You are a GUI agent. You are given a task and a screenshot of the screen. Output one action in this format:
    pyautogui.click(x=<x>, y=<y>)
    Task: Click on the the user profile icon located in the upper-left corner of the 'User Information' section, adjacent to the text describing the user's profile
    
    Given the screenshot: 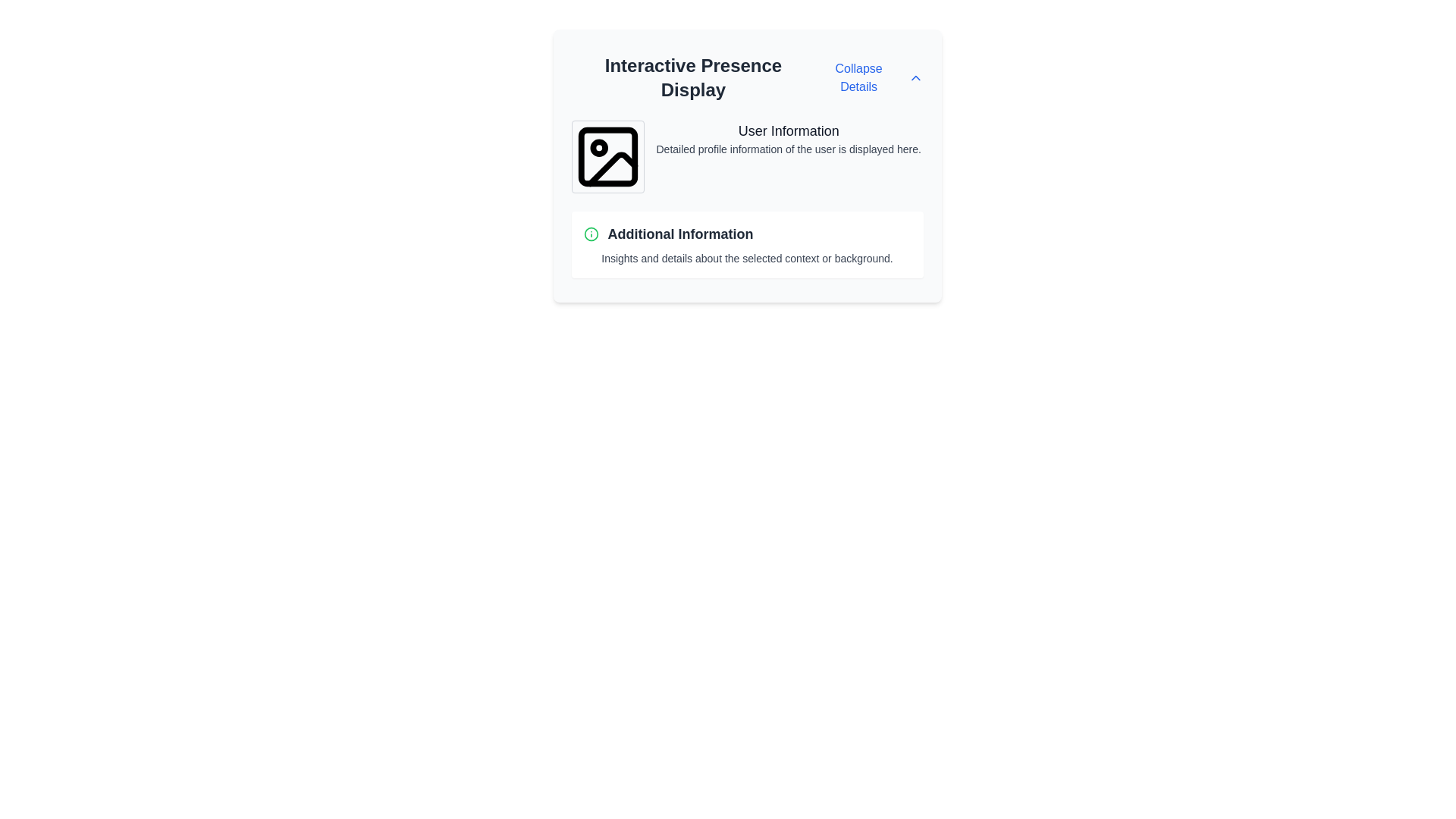 What is the action you would take?
    pyautogui.click(x=607, y=157)
    